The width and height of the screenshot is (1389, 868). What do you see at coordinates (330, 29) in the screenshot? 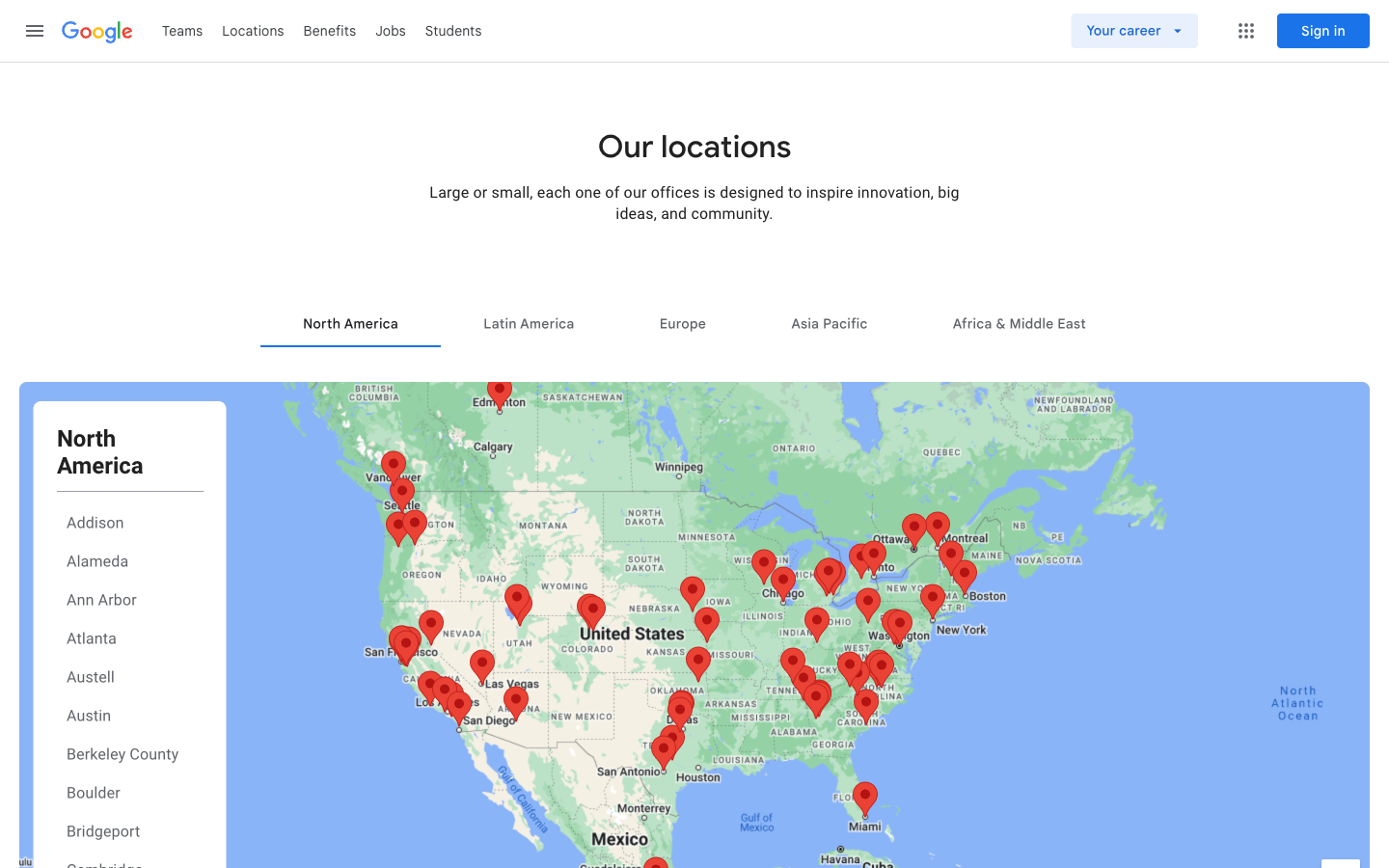
I see `Benefits page` at bounding box center [330, 29].